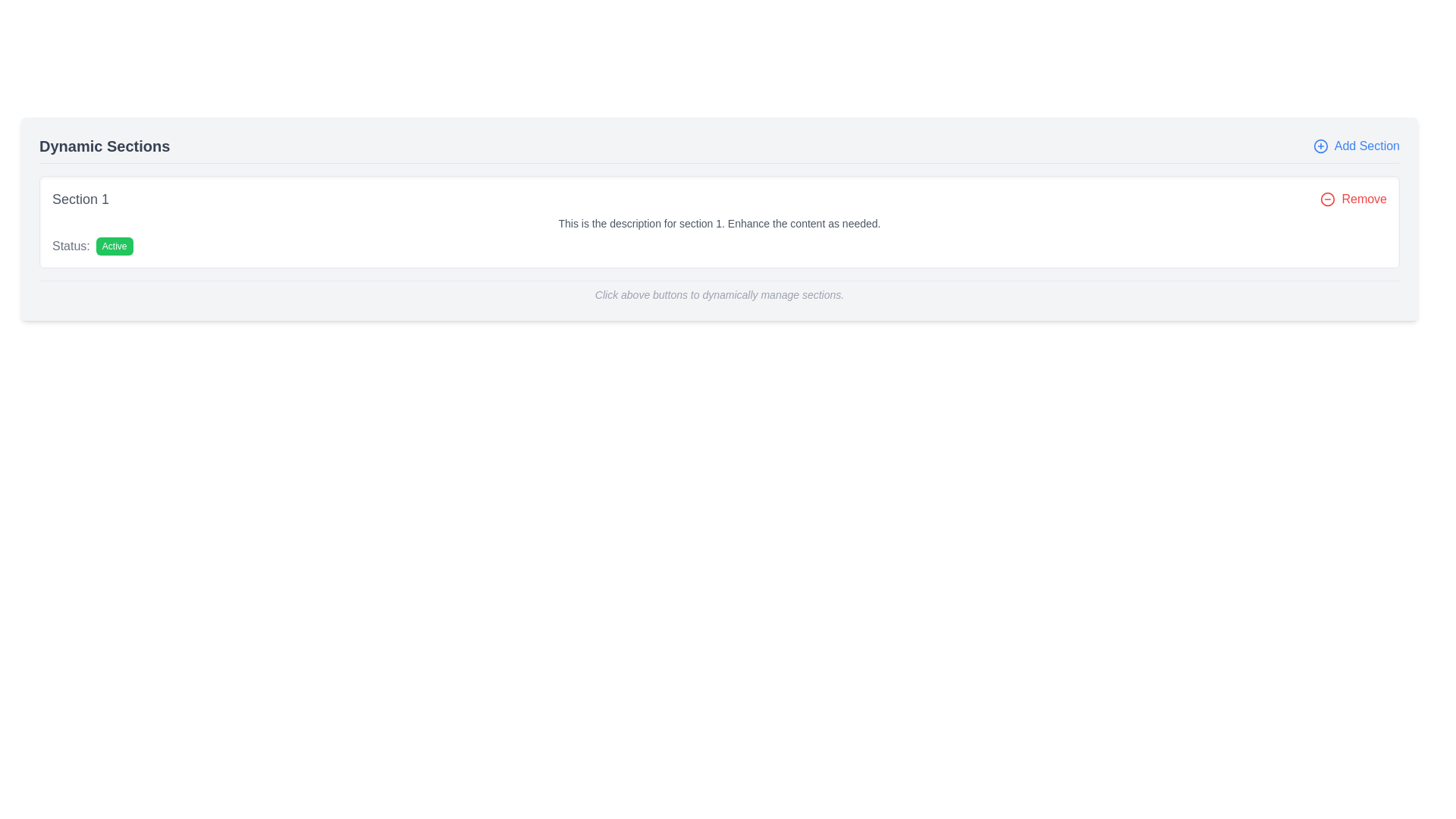  I want to click on the 'Active' badge, which is a rectangular button-like component with a green background and white text, located immediately to the right of the 'Status:' label, so click(114, 245).